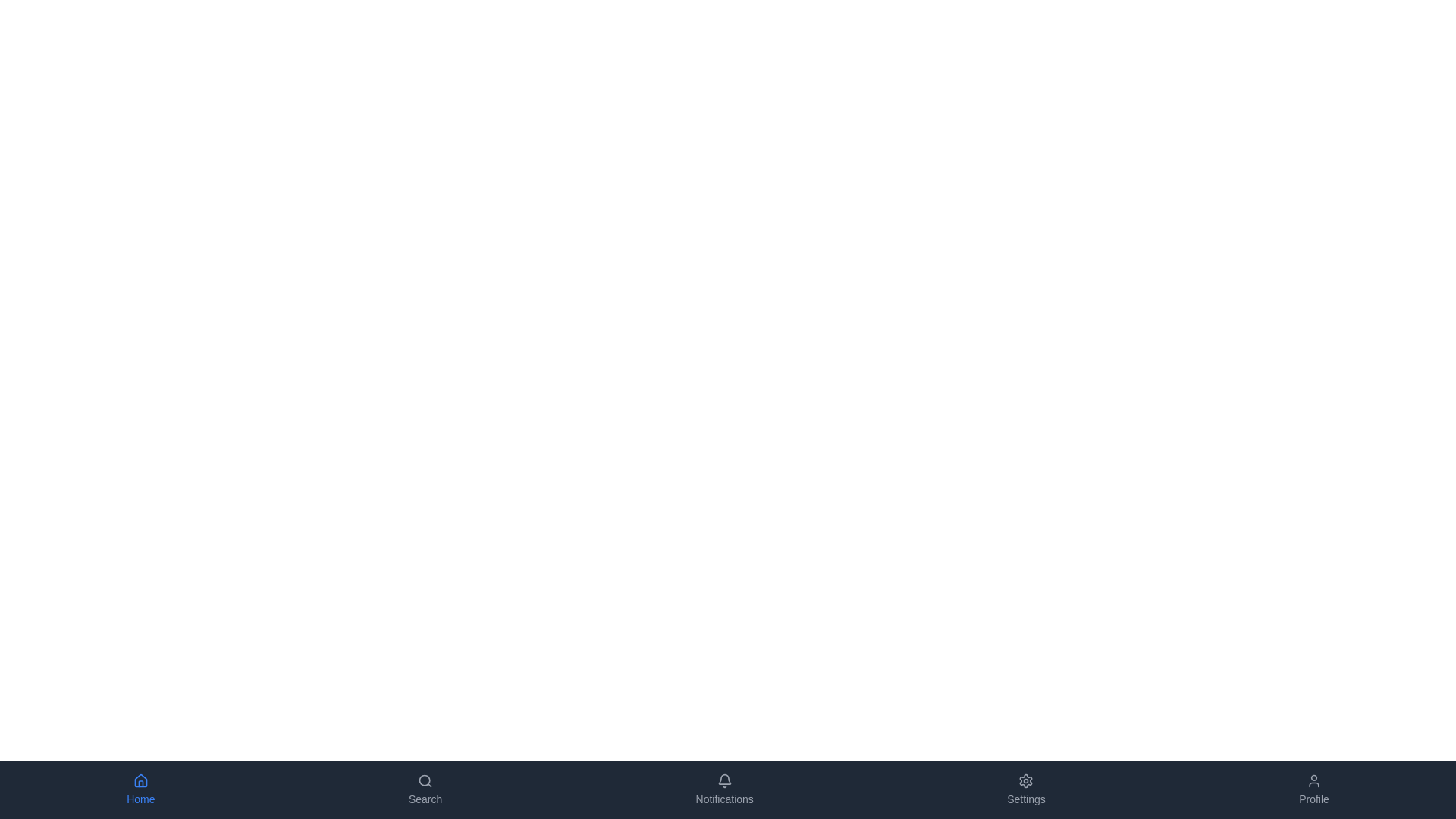 This screenshot has width=1456, height=819. I want to click on the 'Profile' text label located in the bottom-right corner of the interface, so click(1313, 798).